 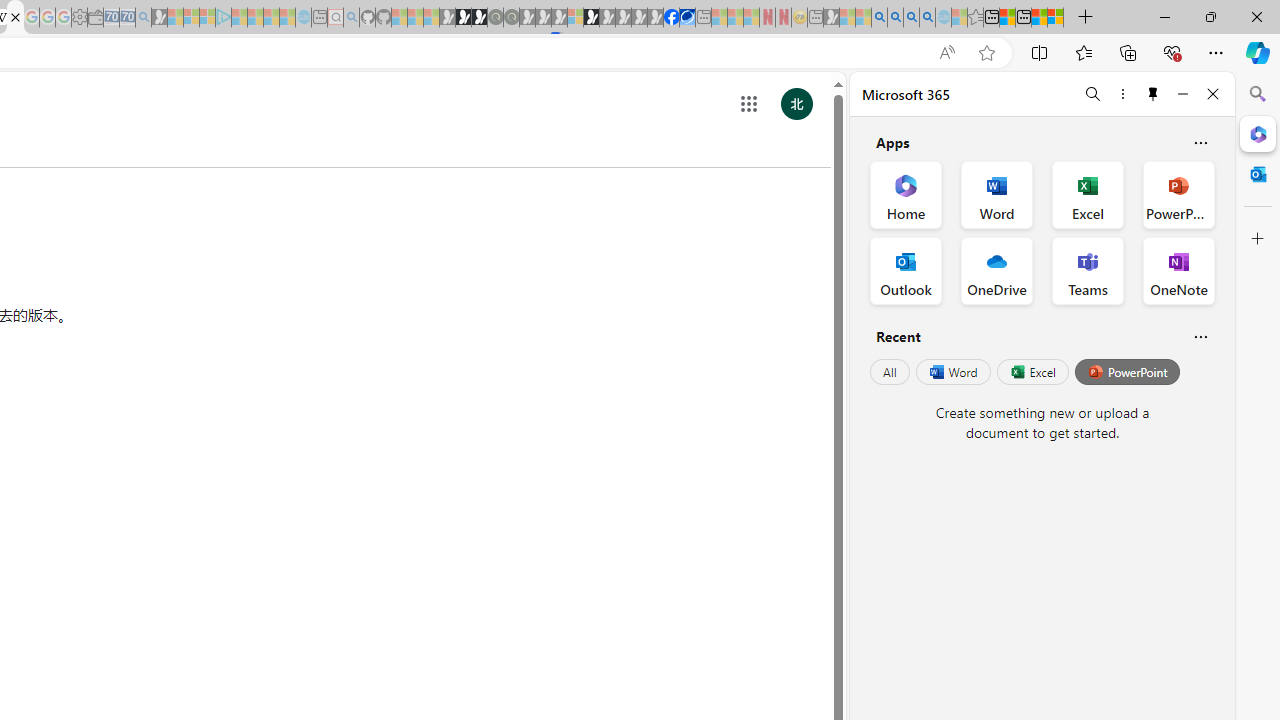 I want to click on 'All', so click(x=889, y=372).